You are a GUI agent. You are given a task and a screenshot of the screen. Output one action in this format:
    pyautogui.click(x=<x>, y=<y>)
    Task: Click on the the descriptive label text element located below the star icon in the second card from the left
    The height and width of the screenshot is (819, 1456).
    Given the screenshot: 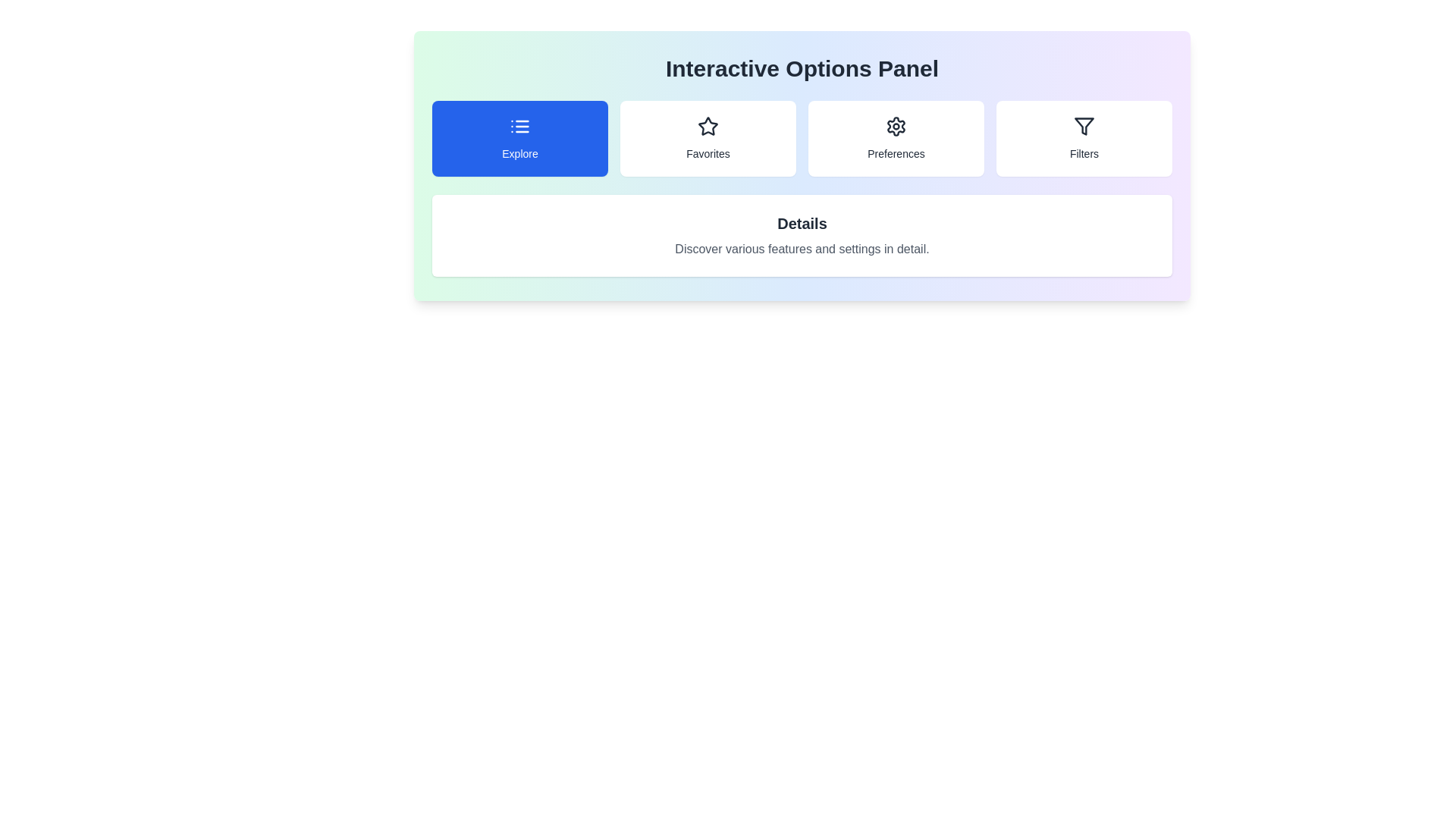 What is the action you would take?
    pyautogui.click(x=708, y=154)
    